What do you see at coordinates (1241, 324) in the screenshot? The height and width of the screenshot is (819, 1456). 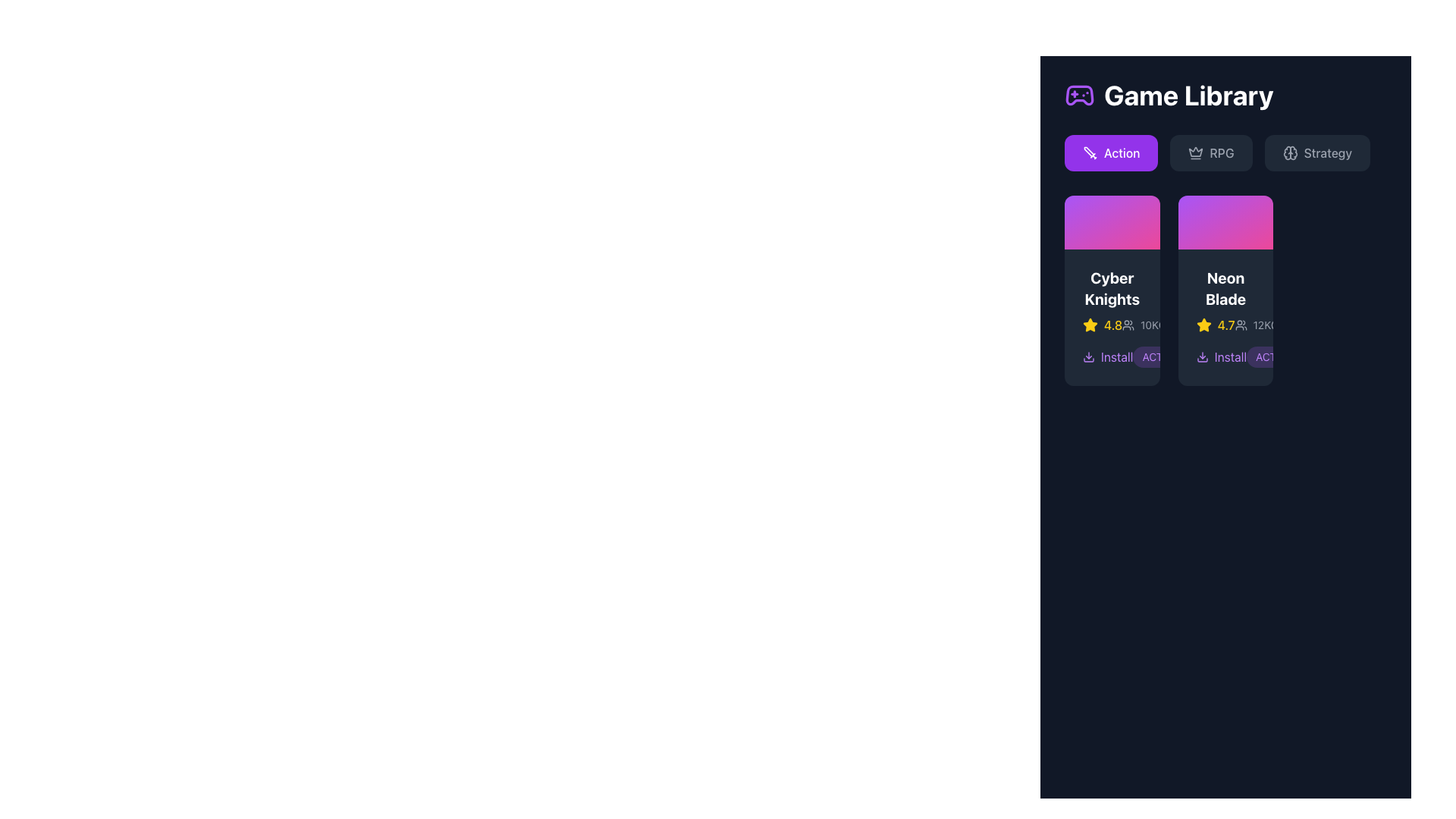 I see `the user-related information icon located to the left of the text '12K' within the 'Neon Blade' card` at bounding box center [1241, 324].